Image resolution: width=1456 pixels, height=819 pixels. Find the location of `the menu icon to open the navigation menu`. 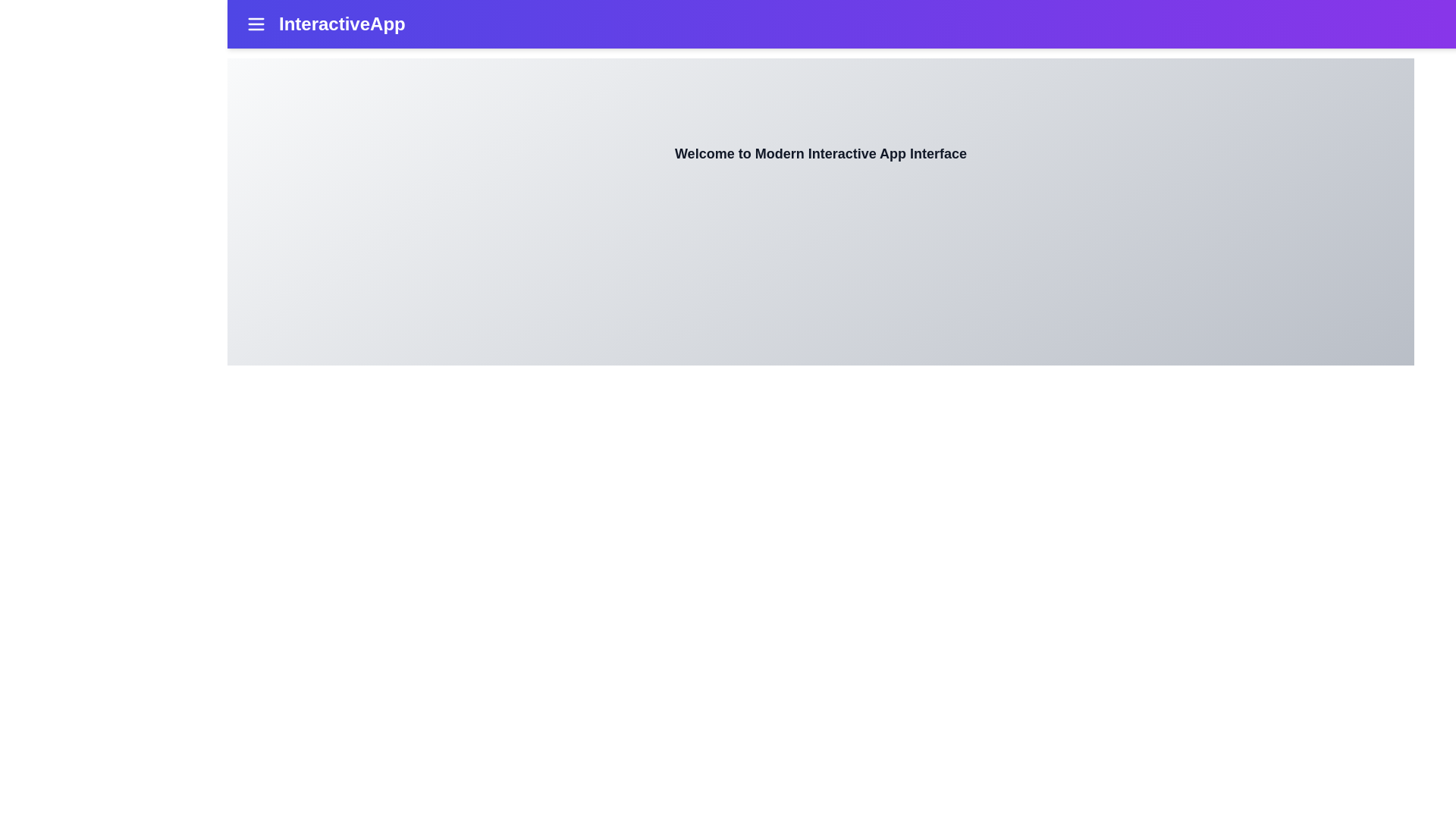

the menu icon to open the navigation menu is located at coordinates (256, 24).